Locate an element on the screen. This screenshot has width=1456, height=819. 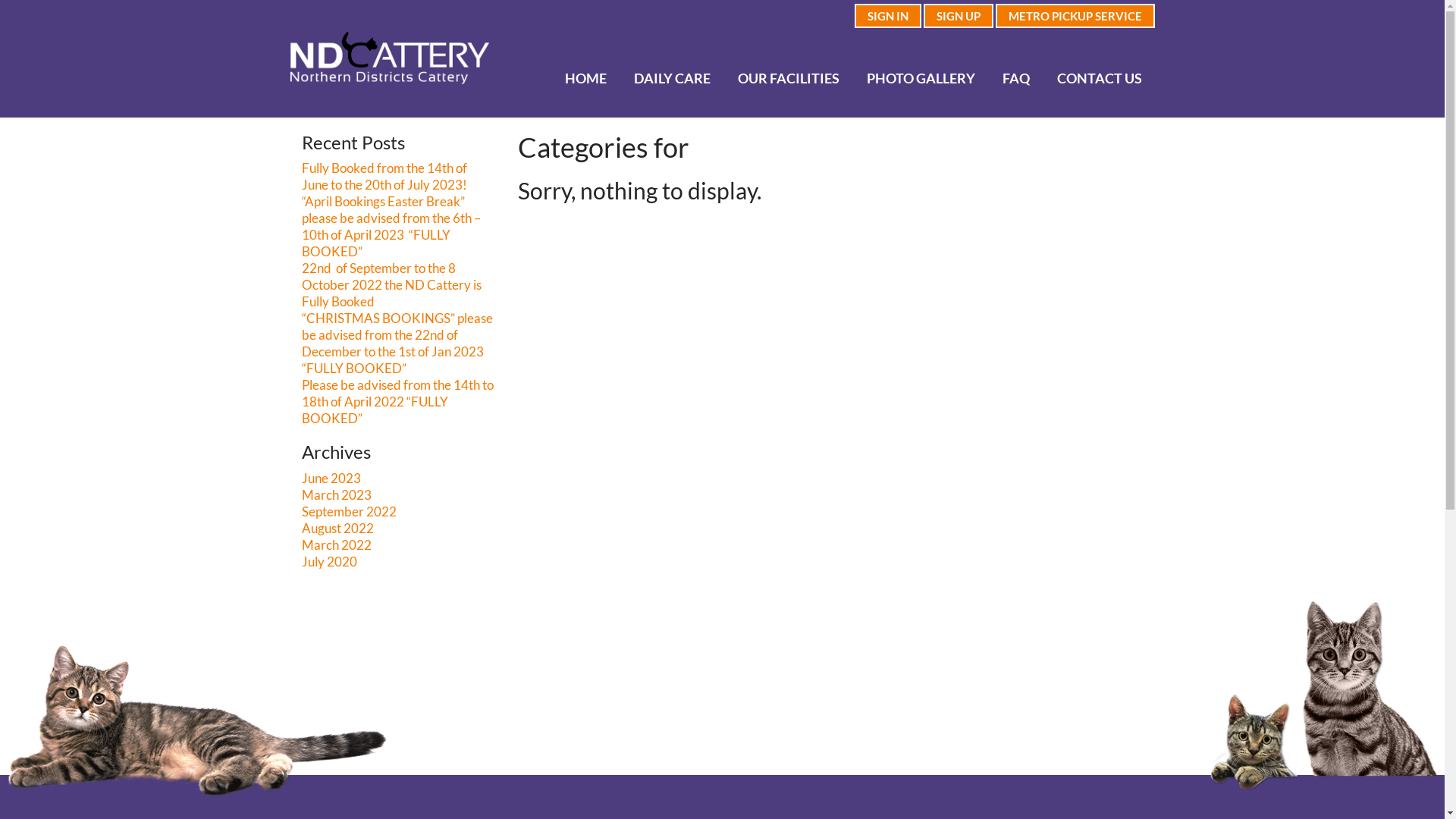
'August 2022' is located at coordinates (337, 528).